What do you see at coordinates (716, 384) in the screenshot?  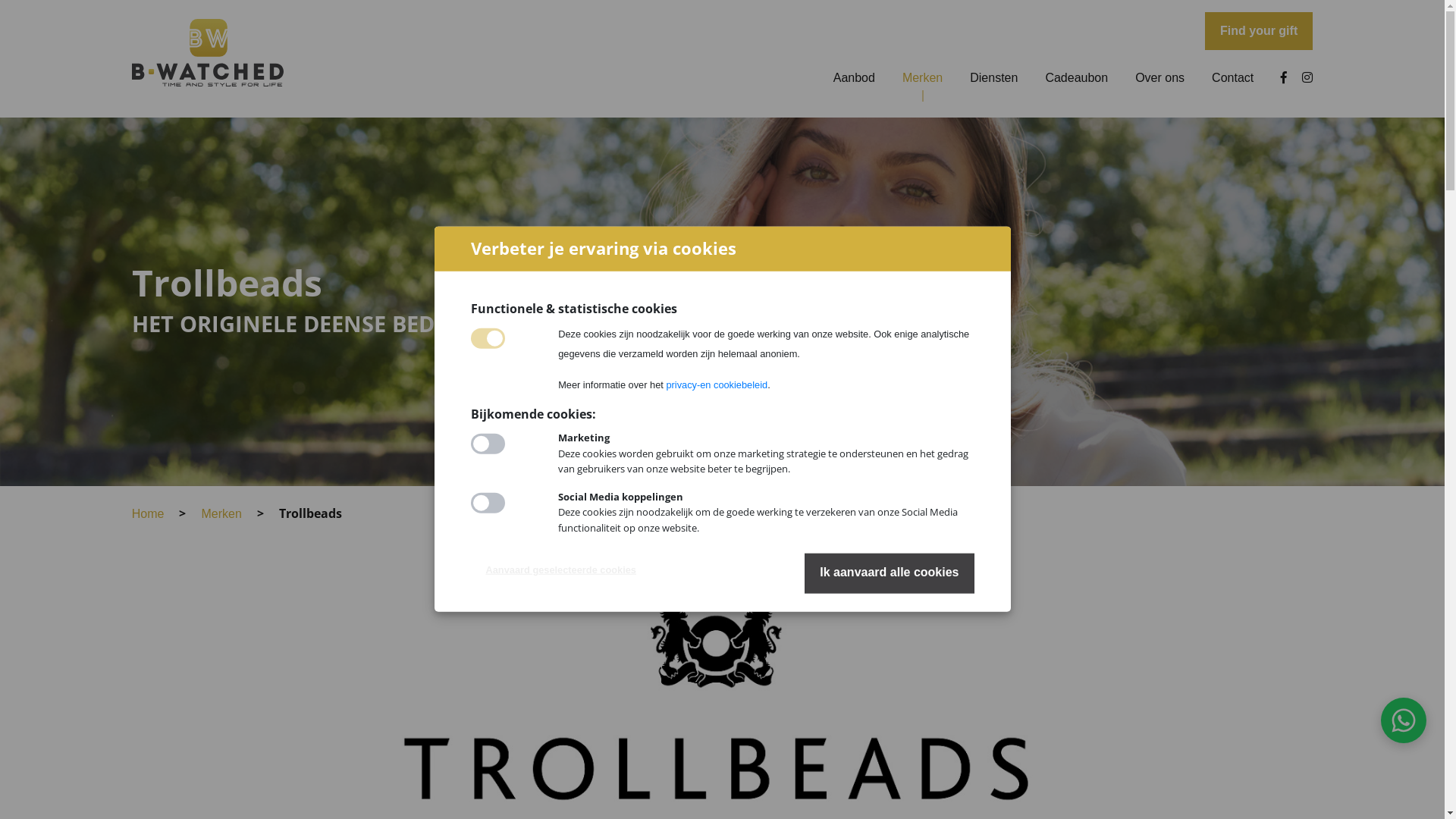 I see `'privacy-en cookiebeleid'` at bounding box center [716, 384].